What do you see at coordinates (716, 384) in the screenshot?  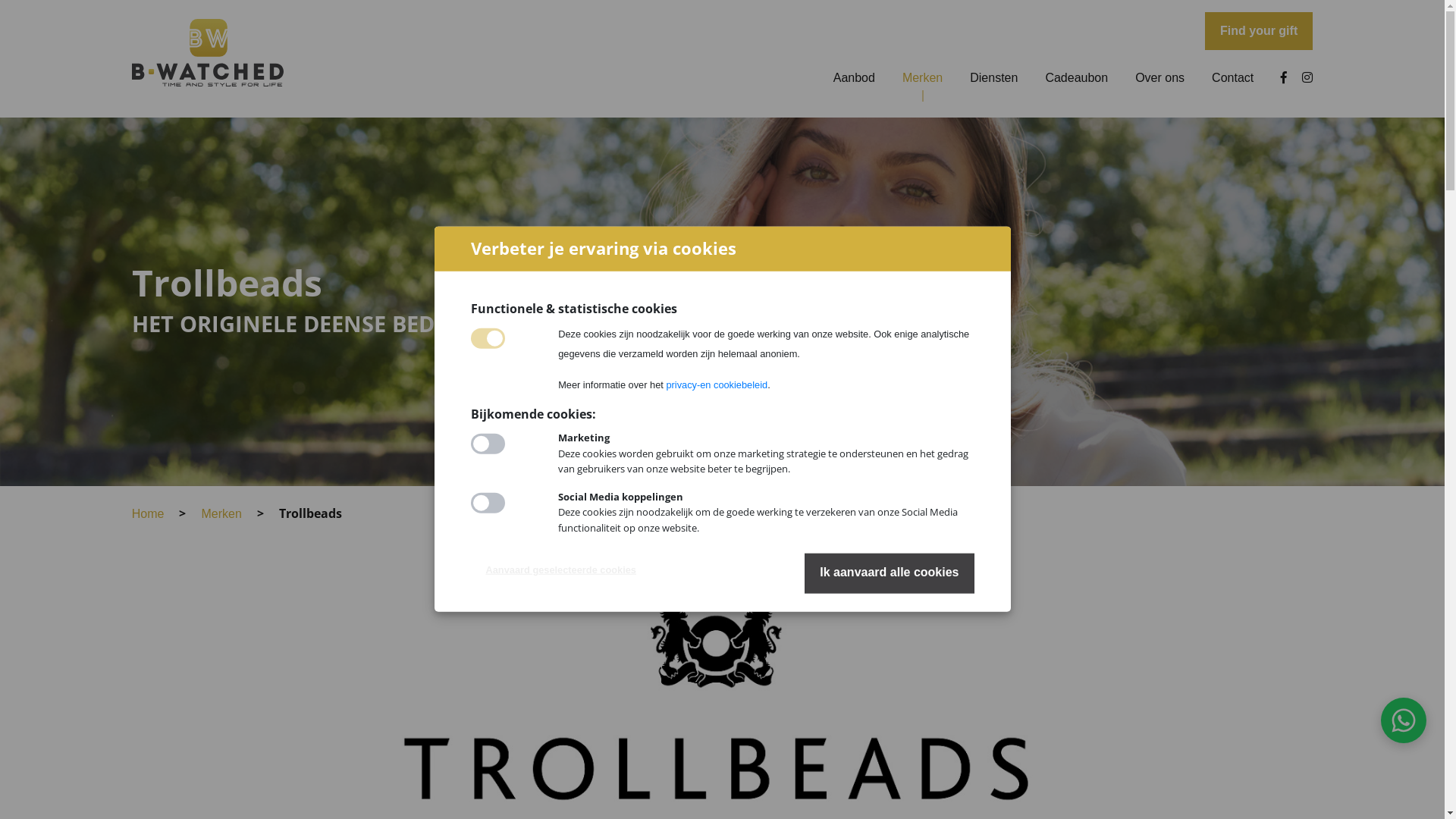 I see `'privacy-en cookiebeleid'` at bounding box center [716, 384].